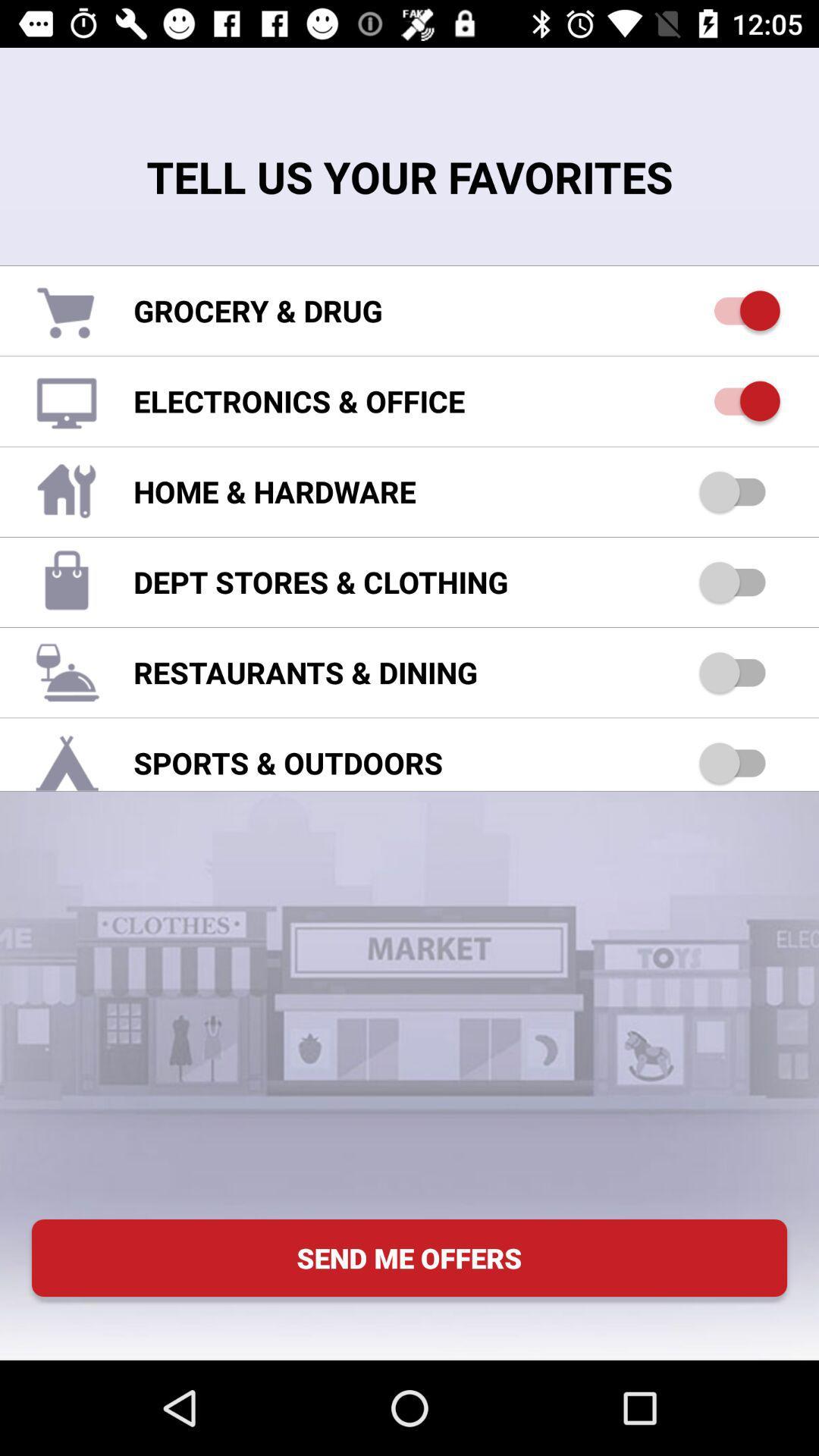 The image size is (819, 1456). What do you see at coordinates (739, 581) in the screenshot?
I see `favorite department` at bounding box center [739, 581].